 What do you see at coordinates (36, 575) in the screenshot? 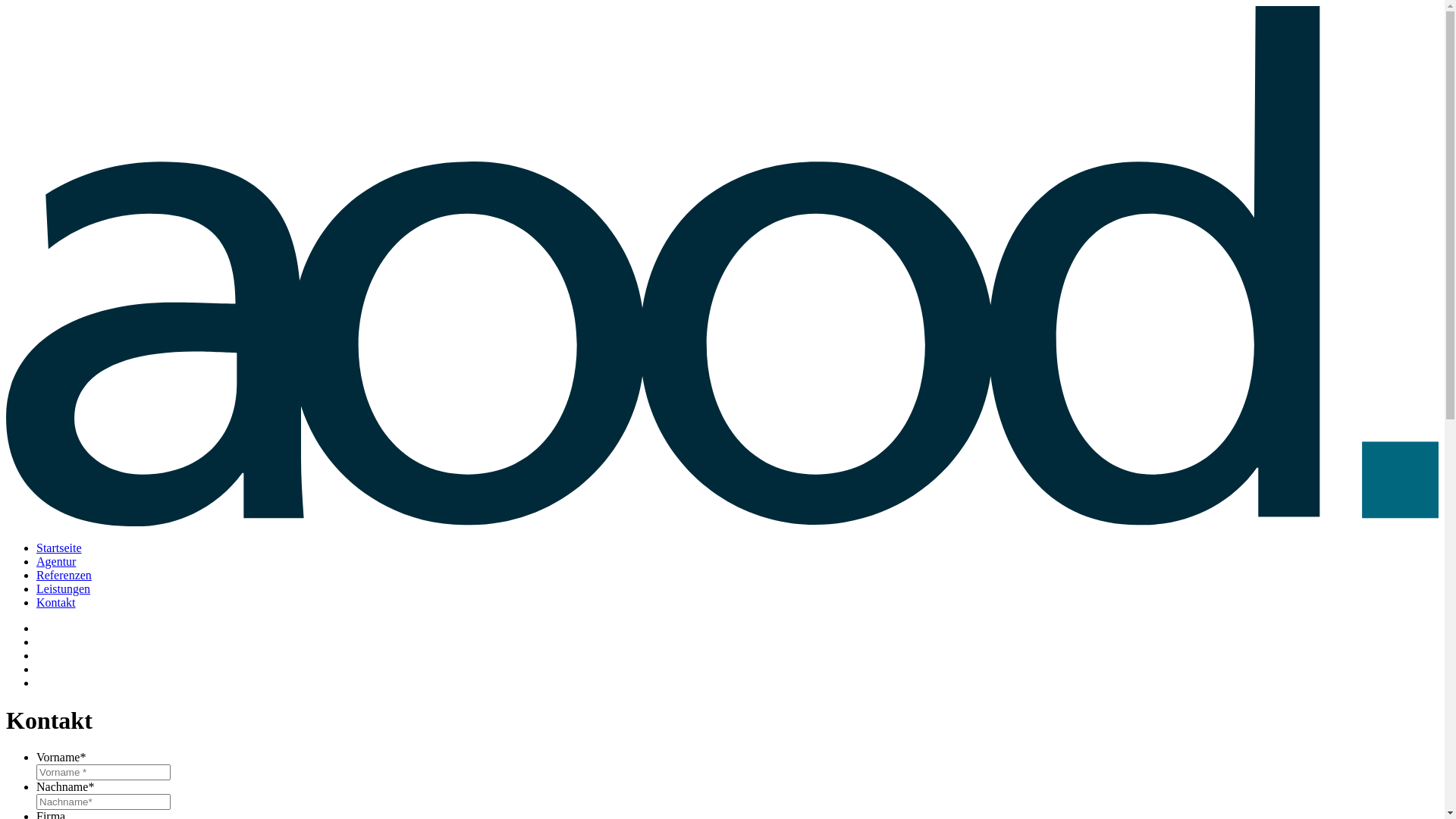
I see `'Referenzen'` at bounding box center [36, 575].